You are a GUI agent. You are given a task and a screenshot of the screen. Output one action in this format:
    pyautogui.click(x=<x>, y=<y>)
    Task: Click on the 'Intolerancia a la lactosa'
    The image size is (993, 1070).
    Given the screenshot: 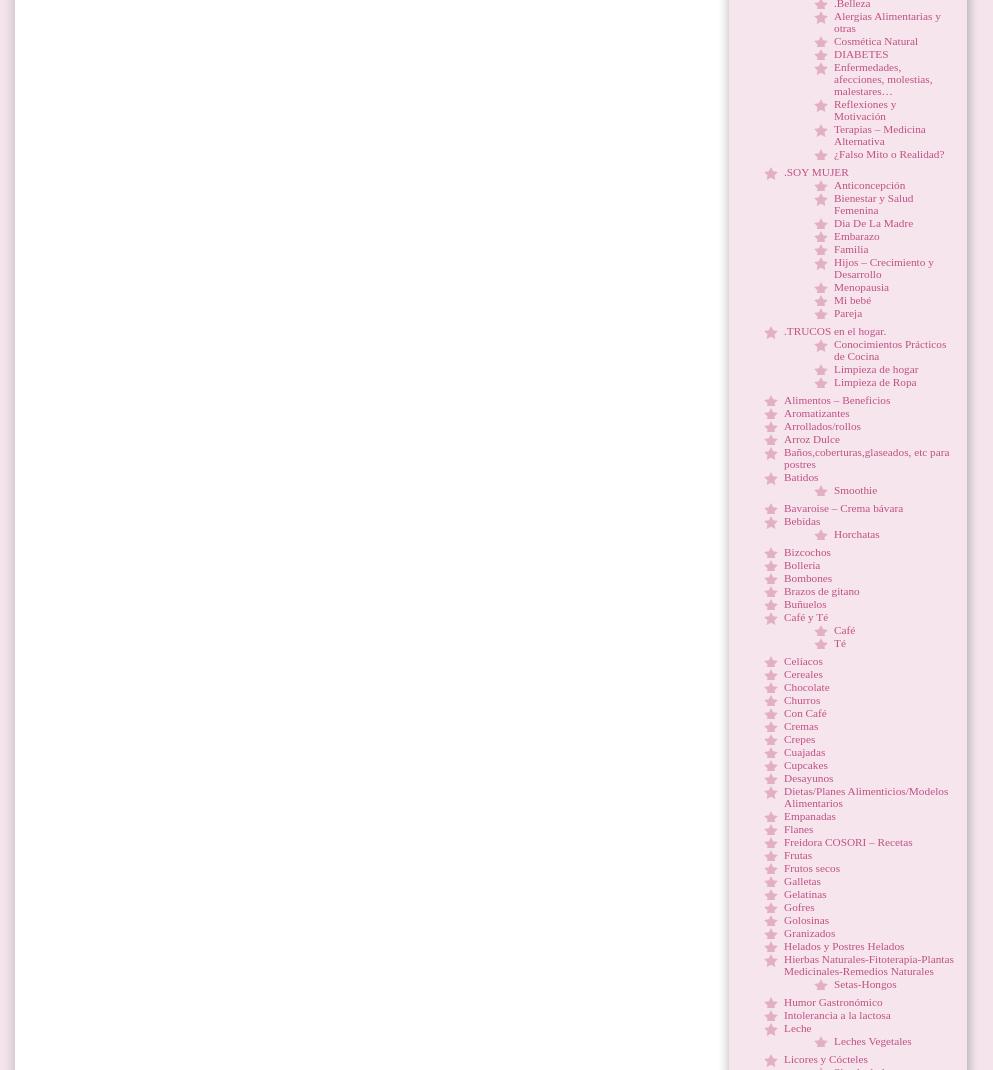 What is the action you would take?
    pyautogui.click(x=836, y=1015)
    